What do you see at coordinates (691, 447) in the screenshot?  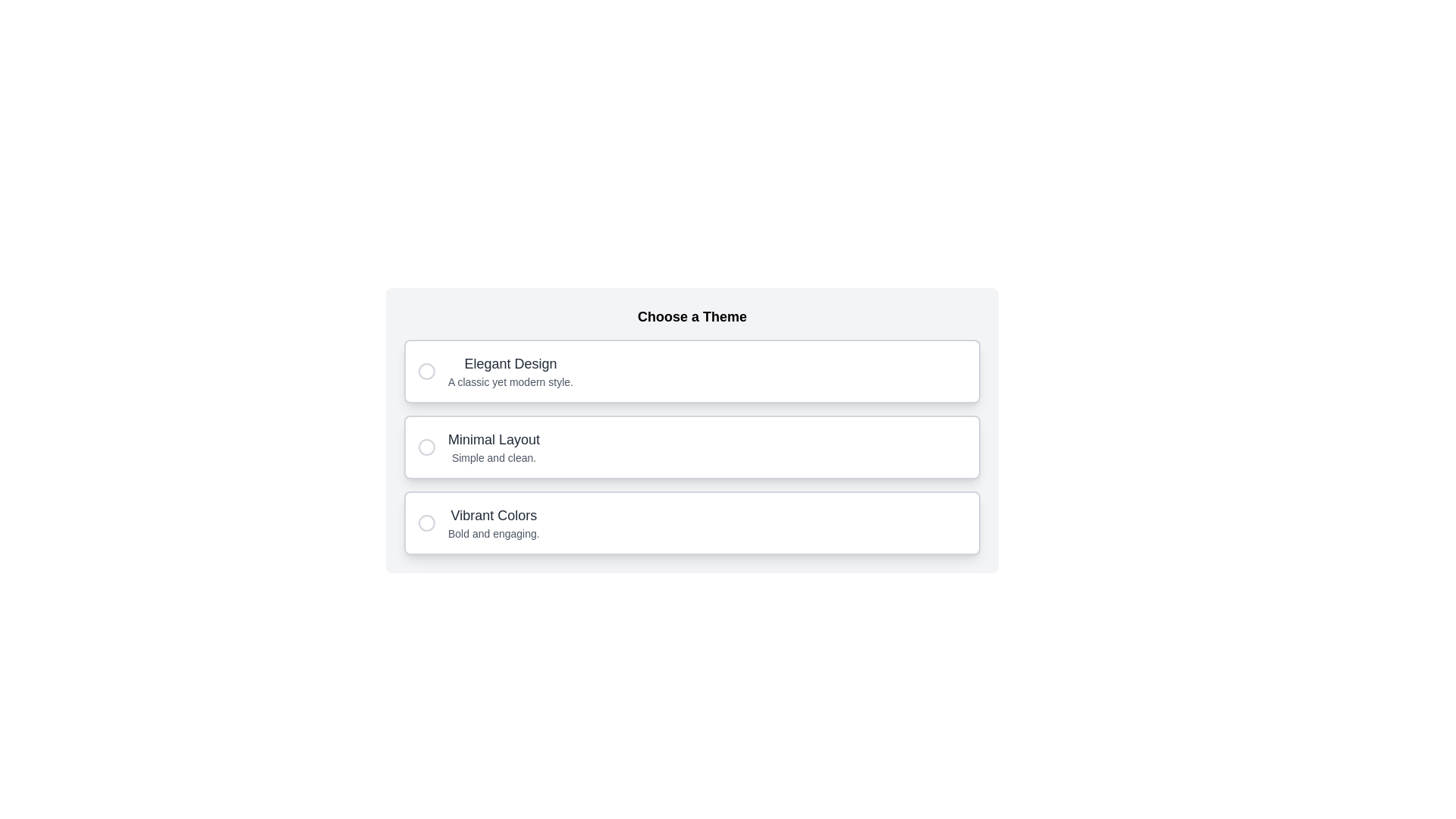 I see `the selectable list item labeled 'Minimal Layout' with the subtitle 'Simple and clean.'` at bounding box center [691, 447].